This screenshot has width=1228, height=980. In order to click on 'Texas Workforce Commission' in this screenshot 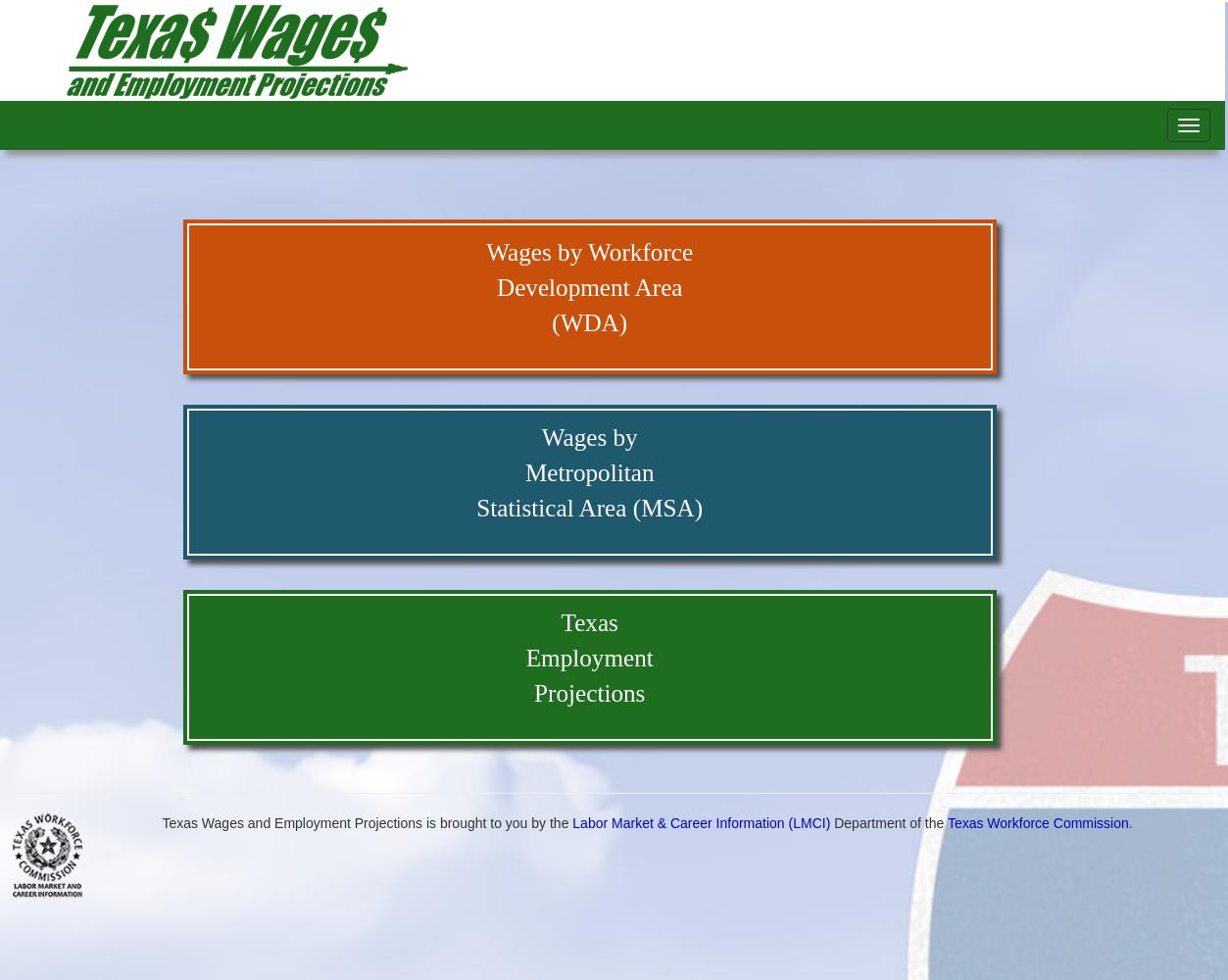, I will do `click(1036, 821)`.